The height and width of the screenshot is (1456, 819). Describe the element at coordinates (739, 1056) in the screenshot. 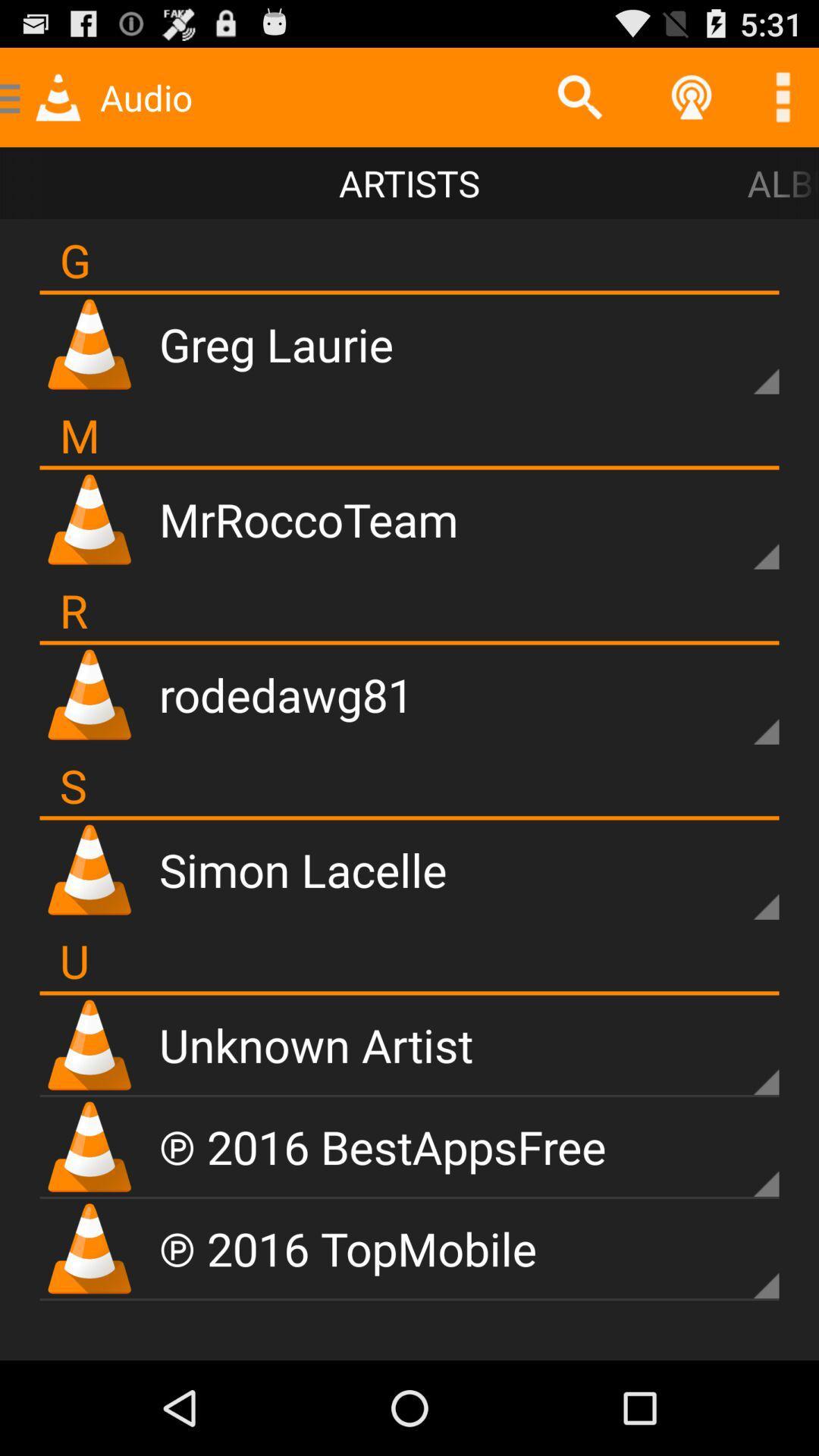

I see `see drop down menu` at that location.